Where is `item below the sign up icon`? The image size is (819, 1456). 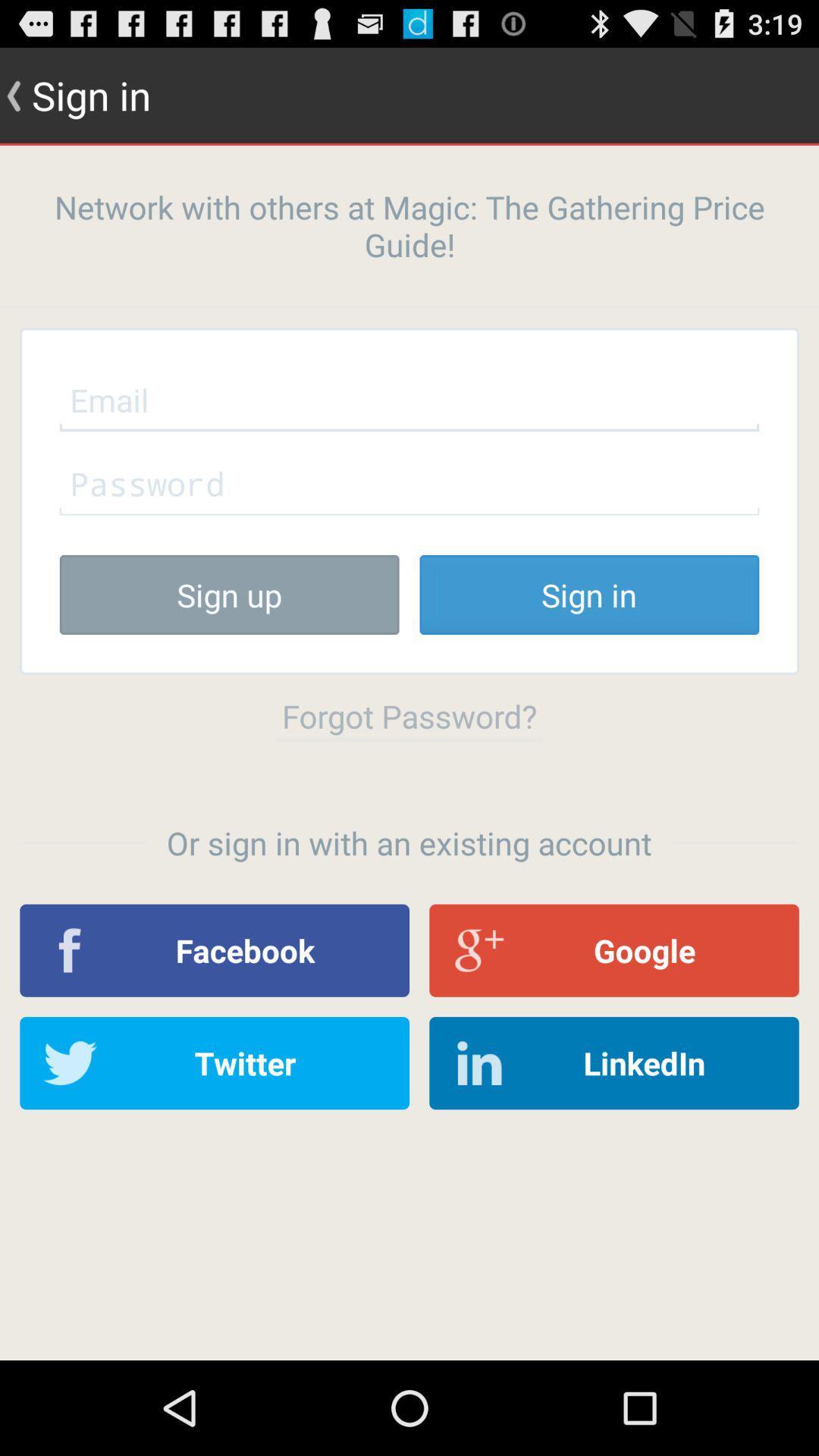 item below the sign up icon is located at coordinates (409, 715).